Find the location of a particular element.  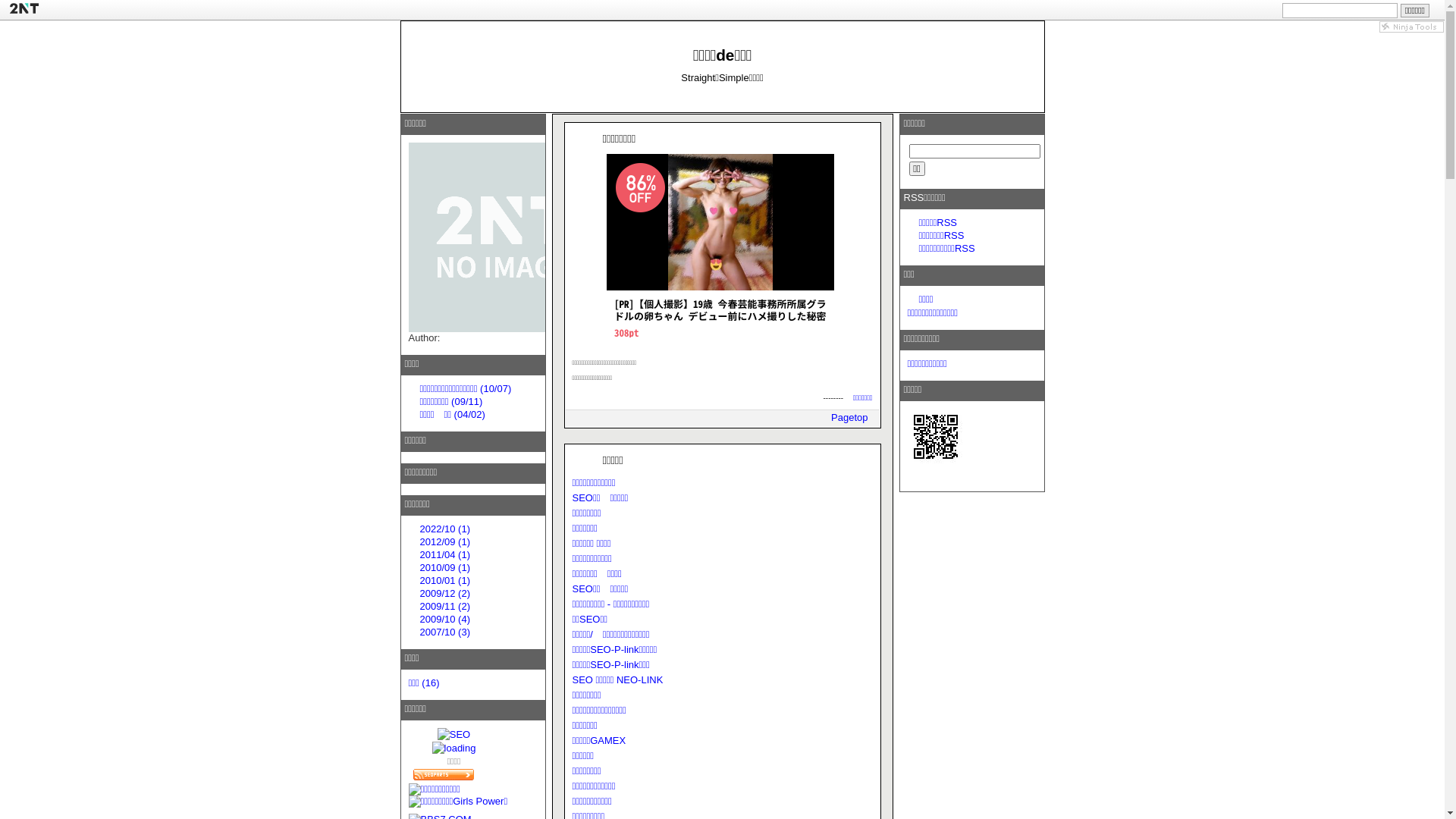

'2010/01 (1)' is located at coordinates (444, 580).